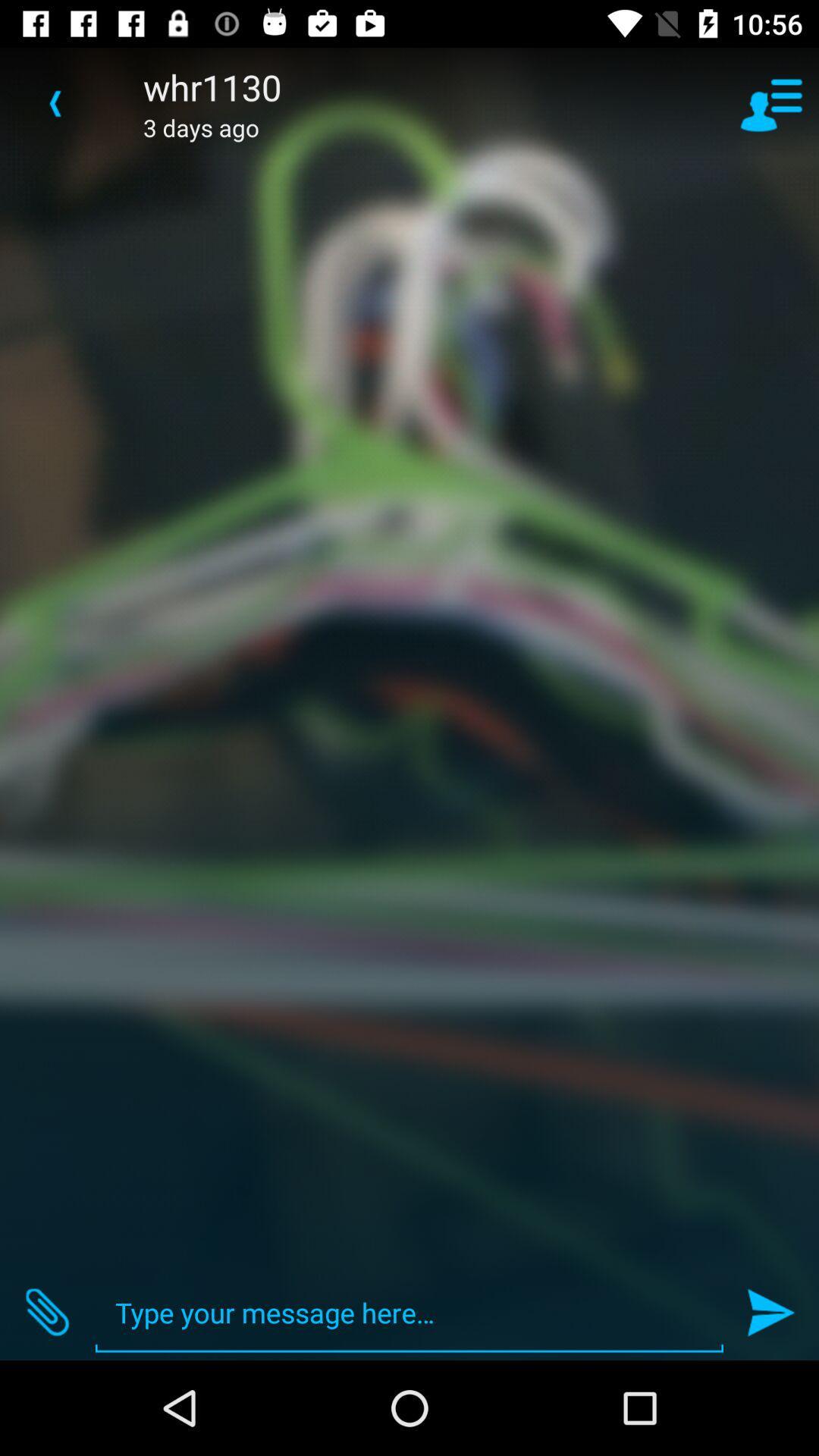 Image resolution: width=819 pixels, height=1456 pixels. What do you see at coordinates (771, 1312) in the screenshot?
I see `the item at the bottom right corner` at bounding box center [771, 1312].